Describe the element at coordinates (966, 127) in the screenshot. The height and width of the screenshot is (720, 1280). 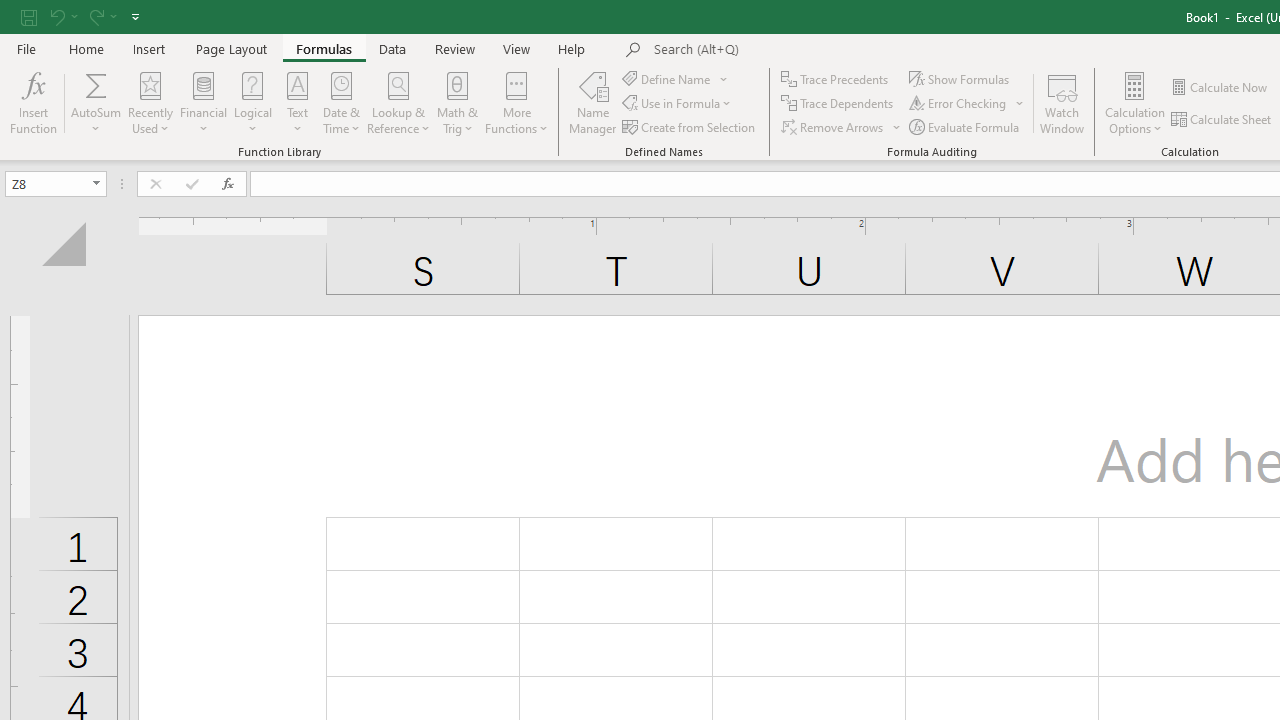
I see `'Evaluate Formula'` at that location.